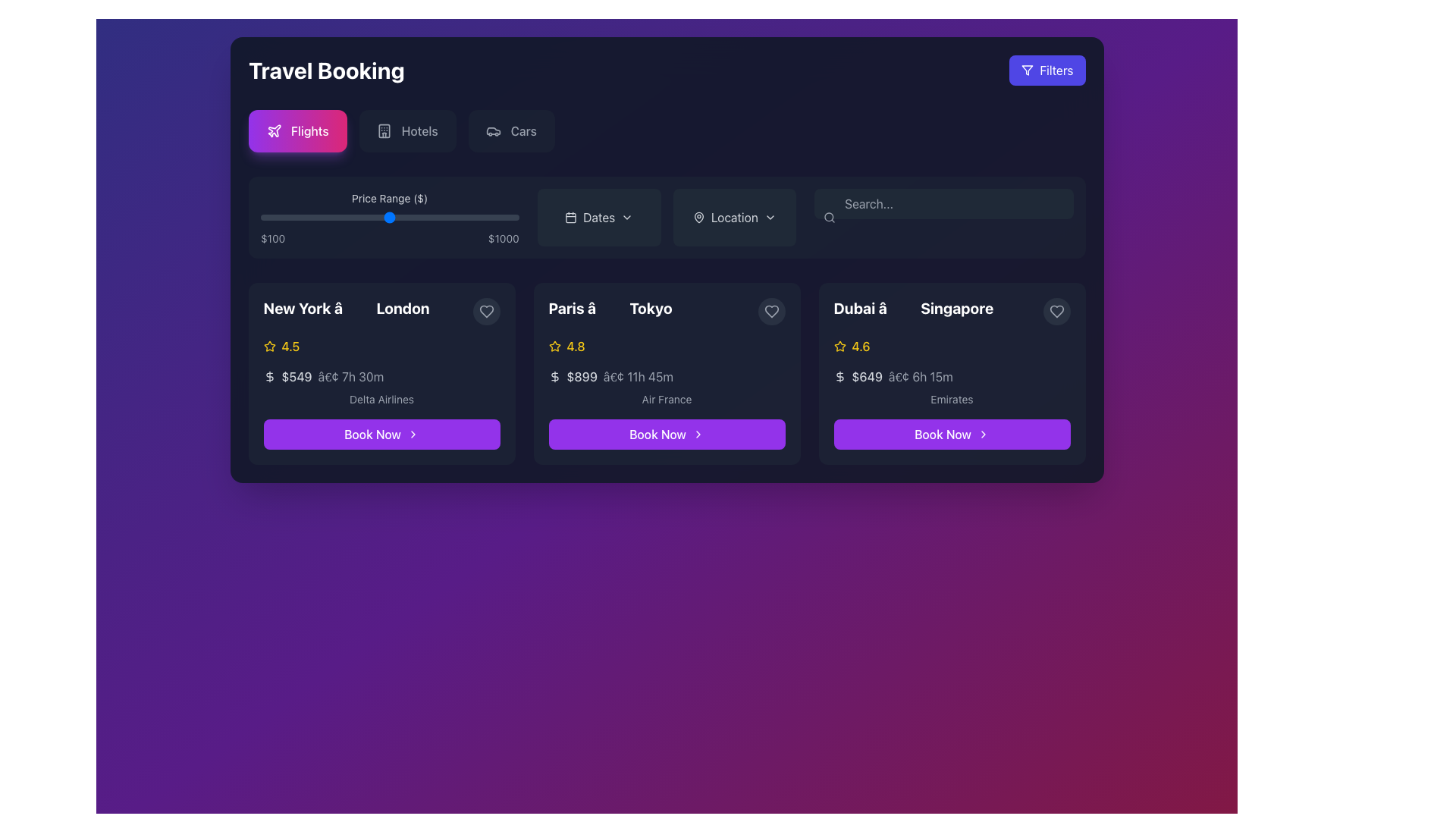  I want to click on the 'Flights' button located at the top-left section of the interface, so click(297, 130).